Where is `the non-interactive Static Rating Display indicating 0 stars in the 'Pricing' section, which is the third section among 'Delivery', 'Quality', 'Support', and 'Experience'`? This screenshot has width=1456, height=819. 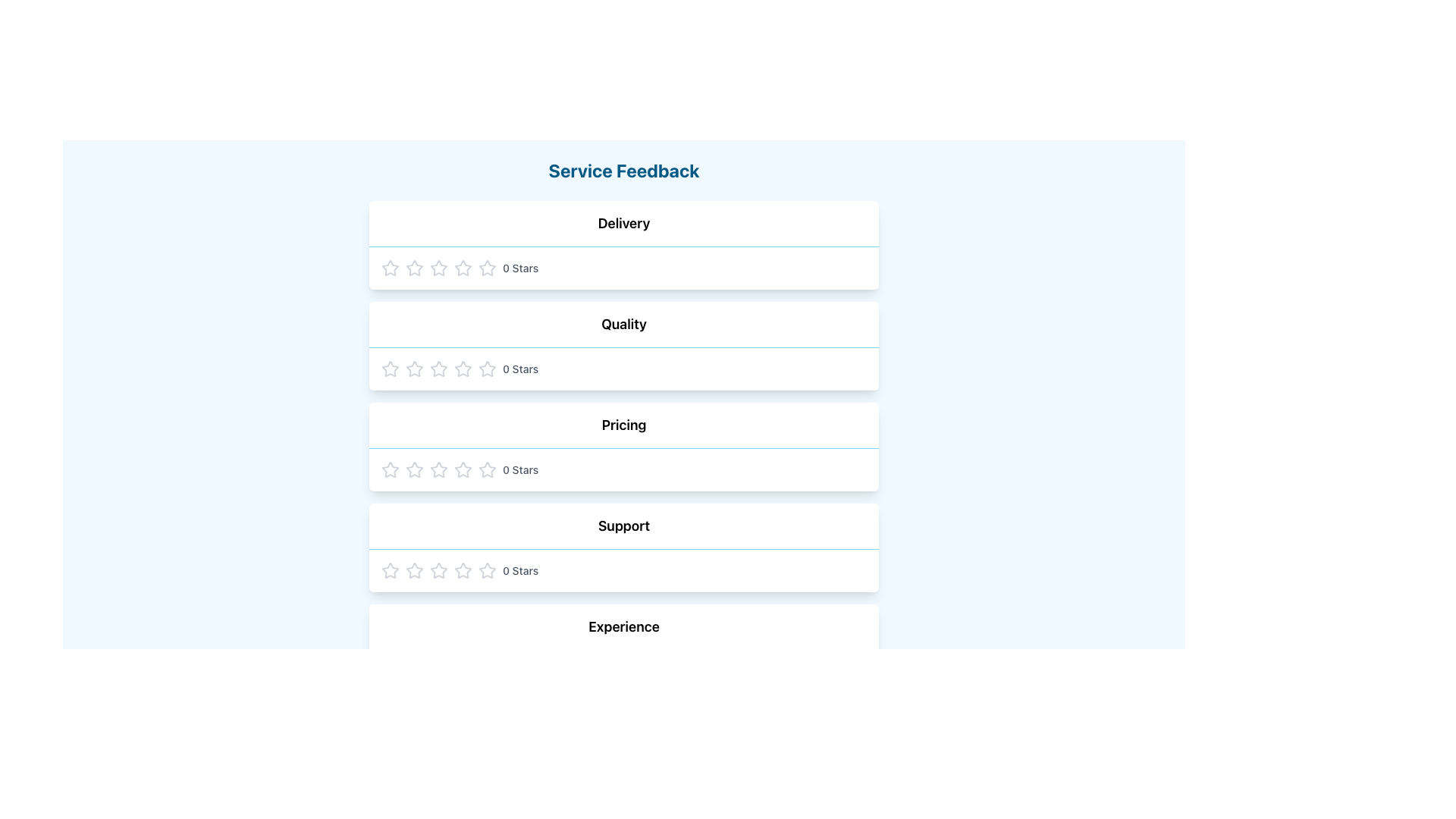 the non-interactive Static Rating Display indicating 0 stars in the 'Pricing' section, which is the third section among 'Delivery', 'Quality', 'Support', and 'Experience' is located at coordinates (623, 469).